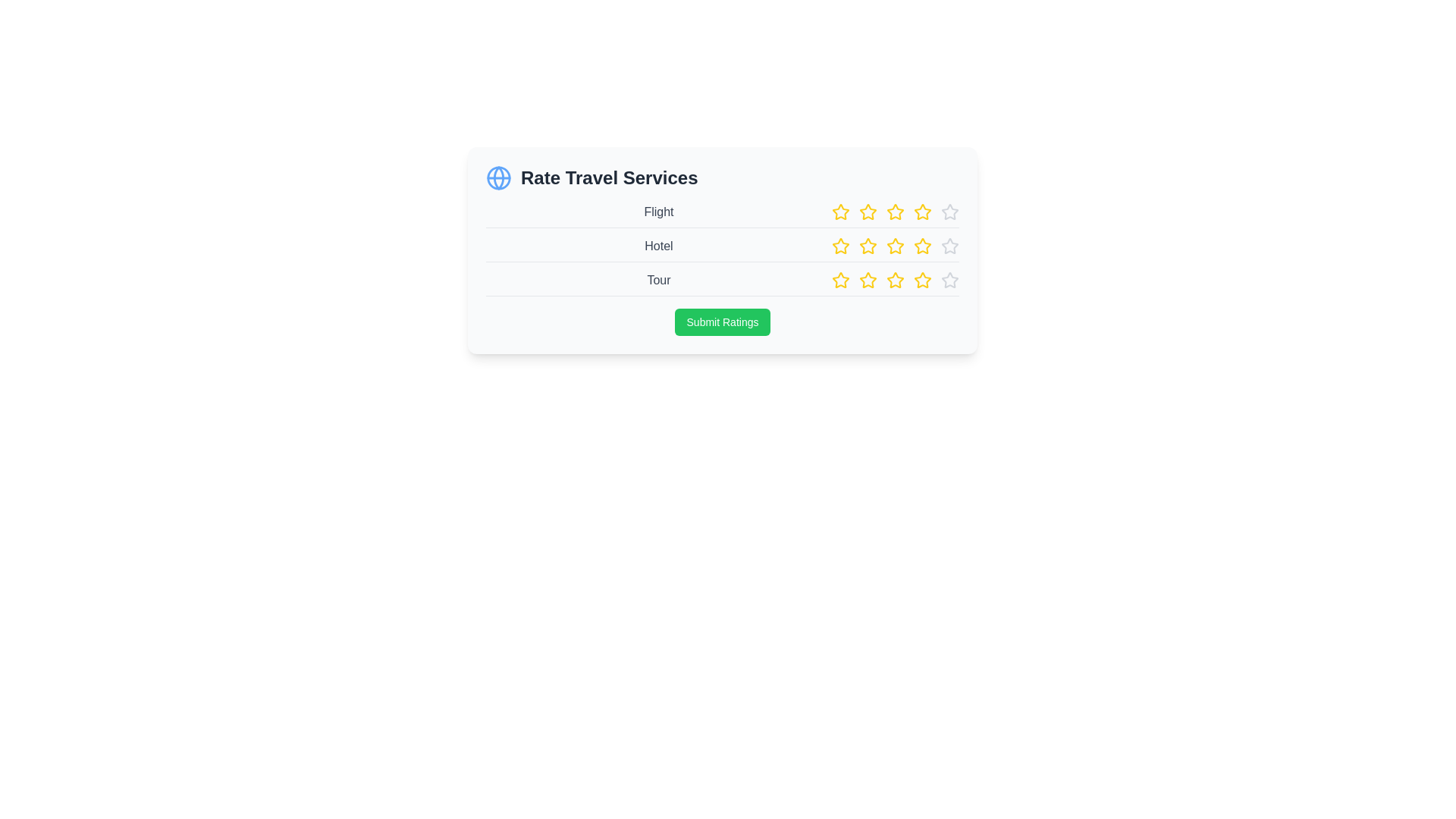 This screenshot has height=819, width=1456. What do you see at coordinates (922, 280) in the screenshot?
I see `across the star icons` at bounding box center [922, 280].